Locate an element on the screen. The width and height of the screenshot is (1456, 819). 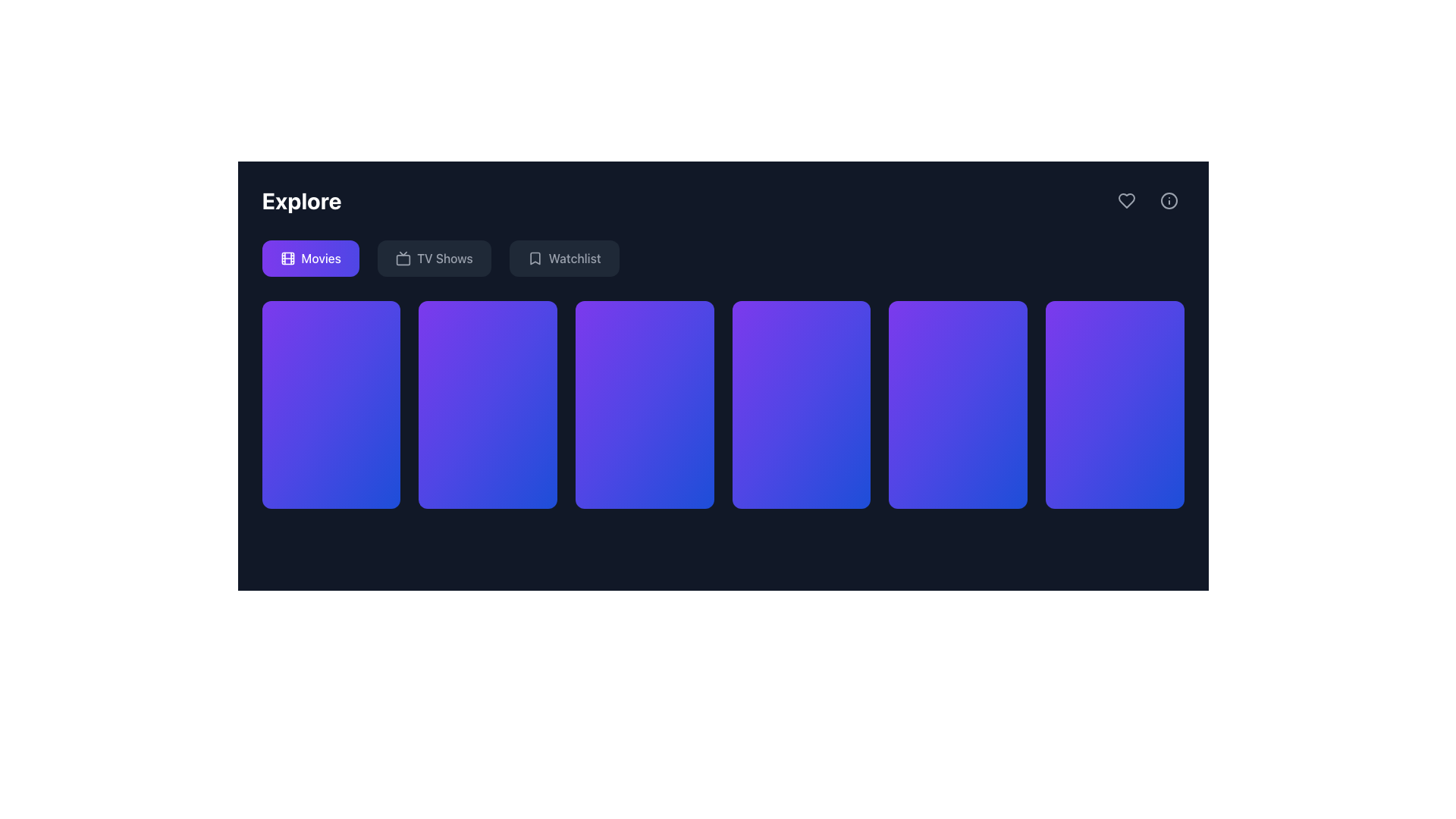
the third card from the right is located at coordinates (957, 403).